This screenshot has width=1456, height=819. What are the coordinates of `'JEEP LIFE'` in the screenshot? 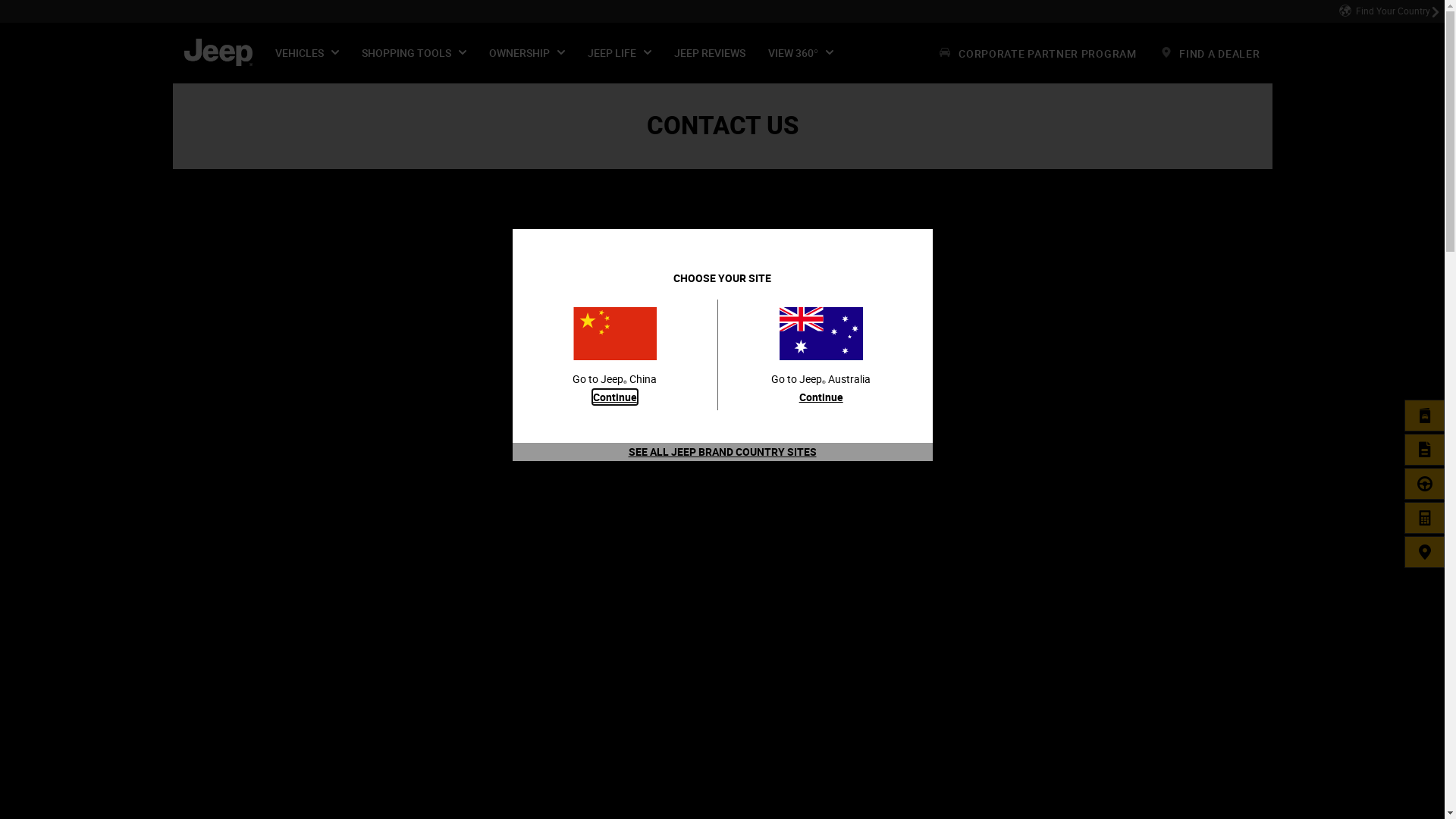 It's located at (619, 52).